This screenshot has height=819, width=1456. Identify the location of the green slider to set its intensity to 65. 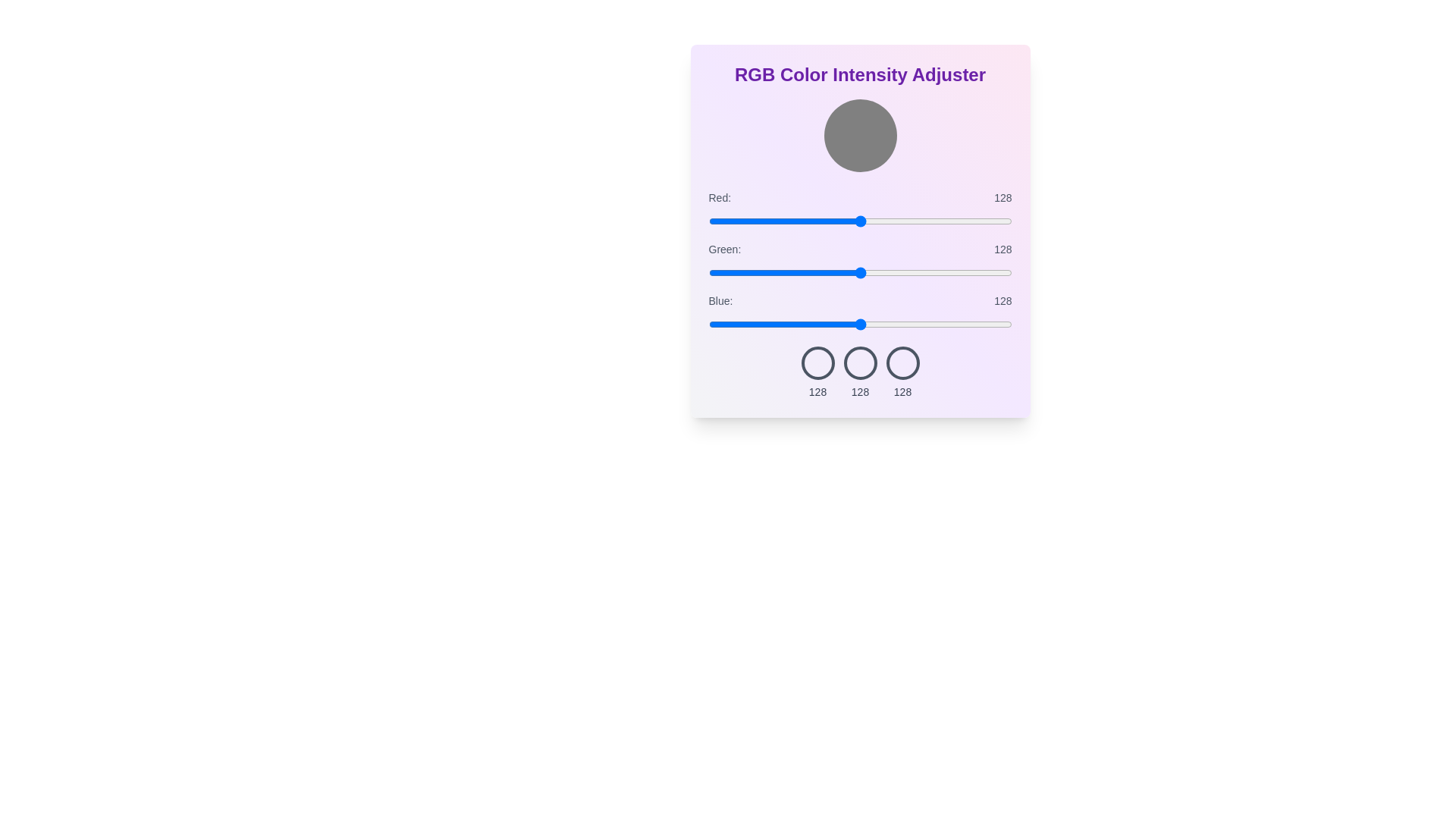
(786, 271).